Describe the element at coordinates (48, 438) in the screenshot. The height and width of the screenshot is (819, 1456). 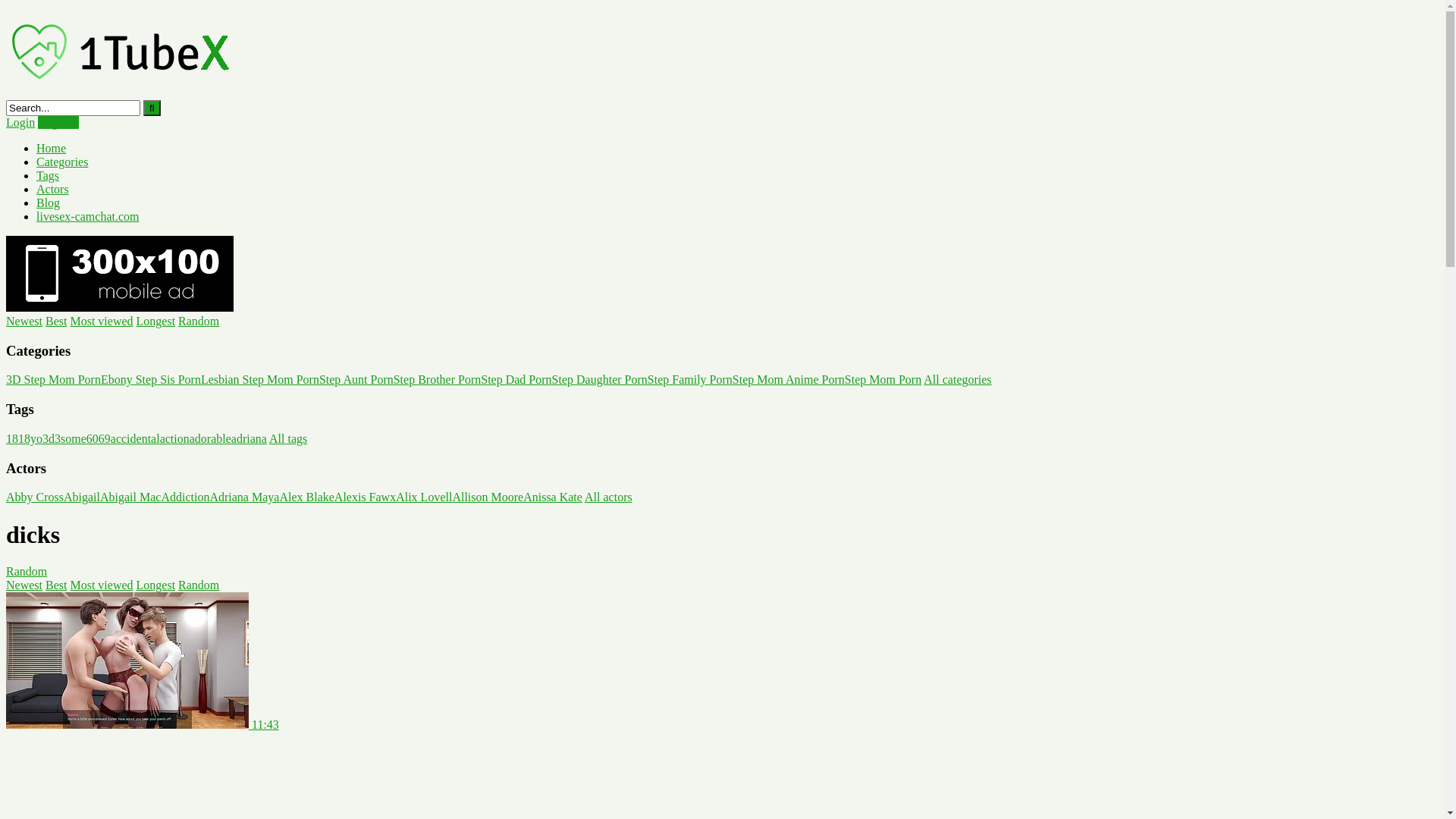
I see `'3d'` at that location.